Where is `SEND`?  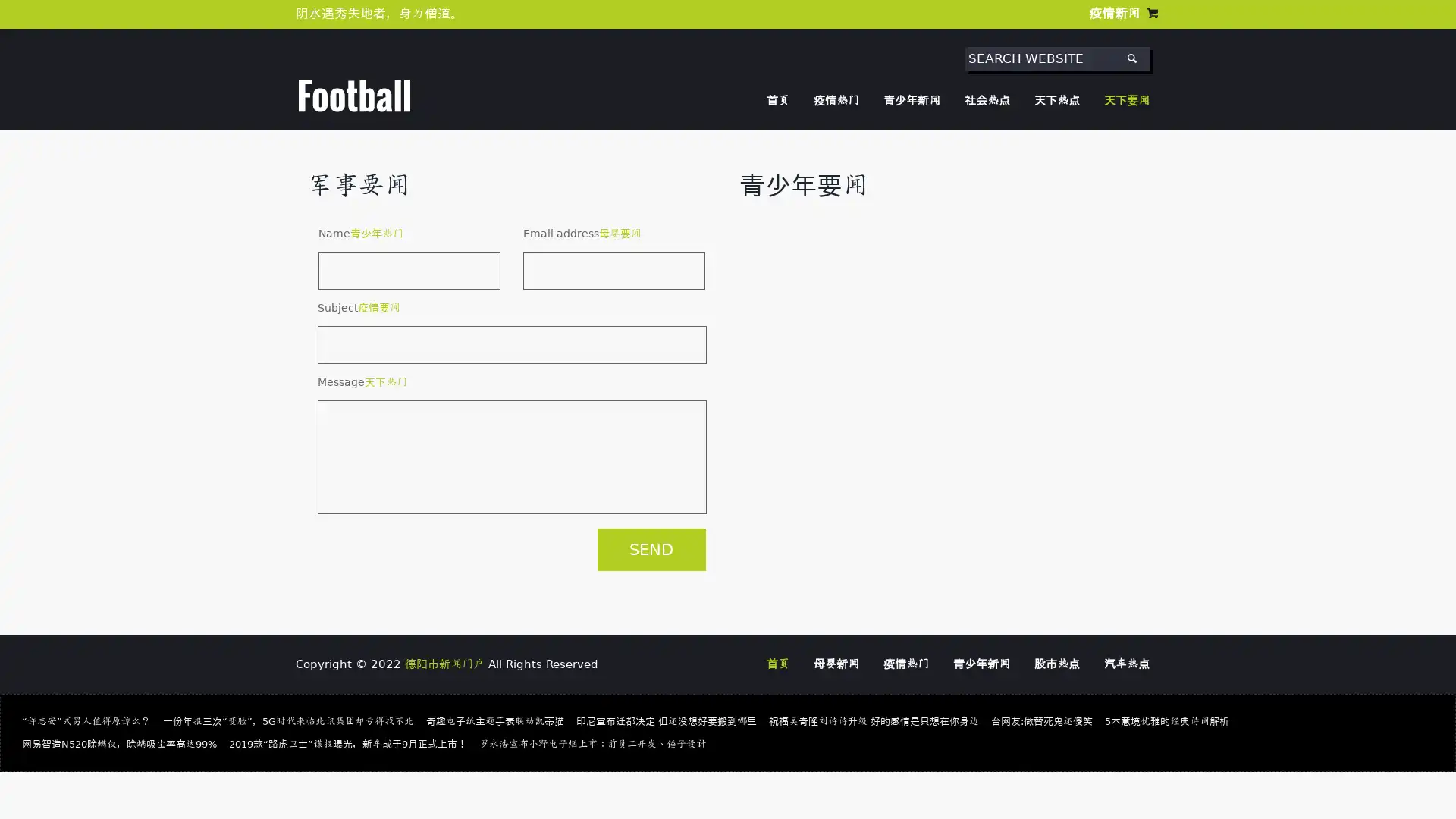
SEND is located at coordinates (651, 549).